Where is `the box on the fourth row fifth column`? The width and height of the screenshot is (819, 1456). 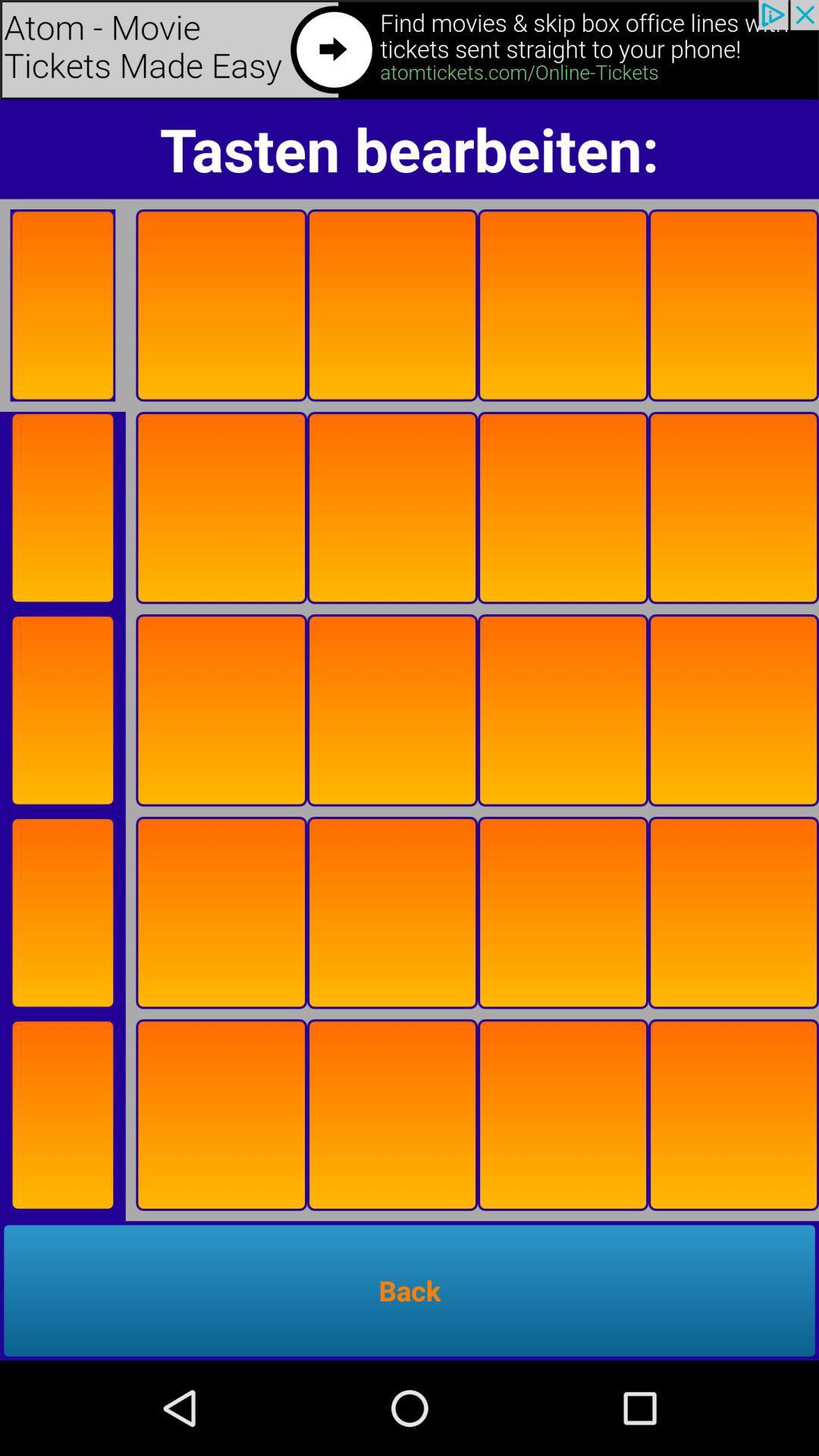
the box on the fourth row fifth column is located at coordinates (733, 912).